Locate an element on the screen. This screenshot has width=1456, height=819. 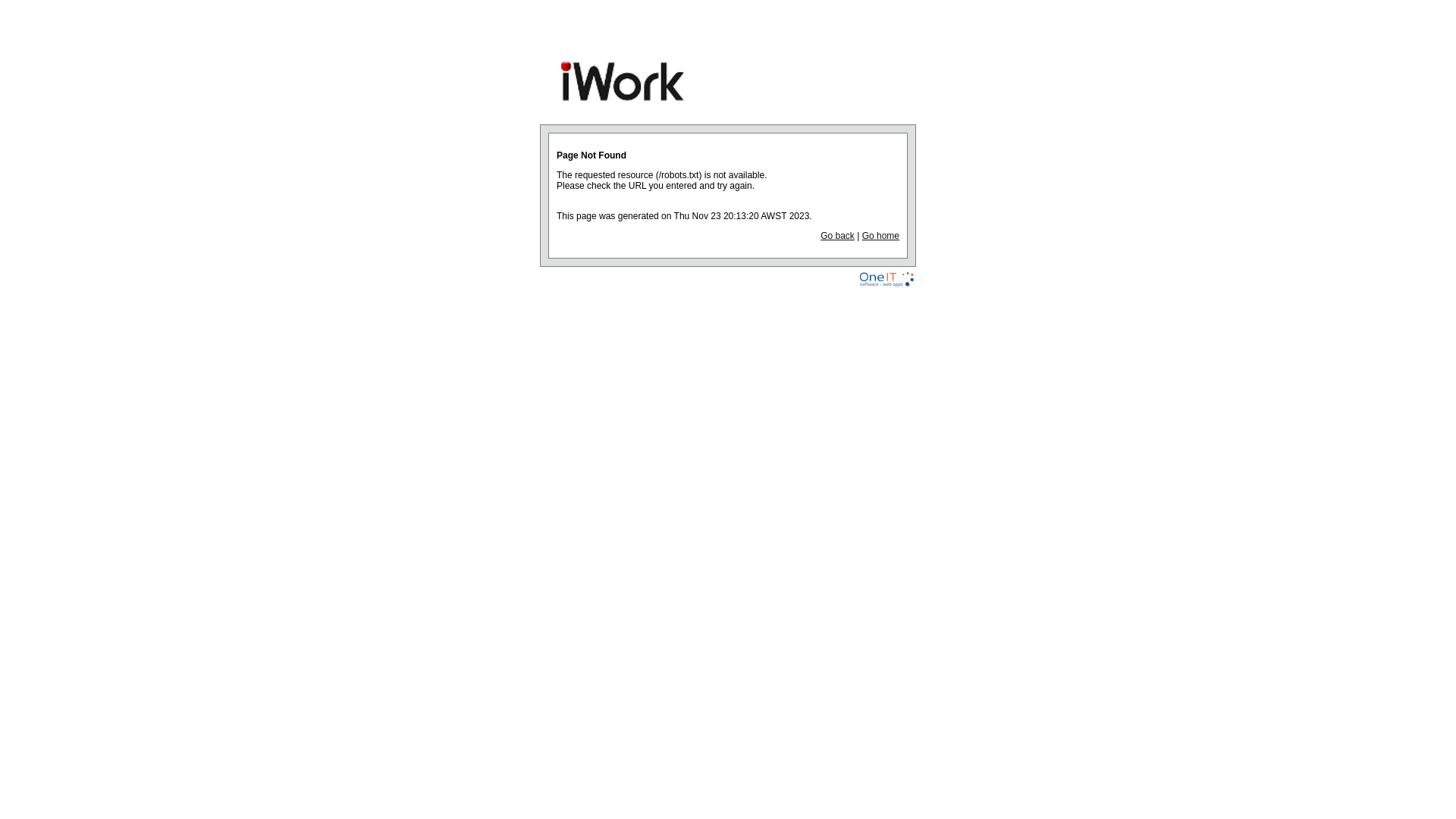
'Go home' is located at coordinates (880, 236).